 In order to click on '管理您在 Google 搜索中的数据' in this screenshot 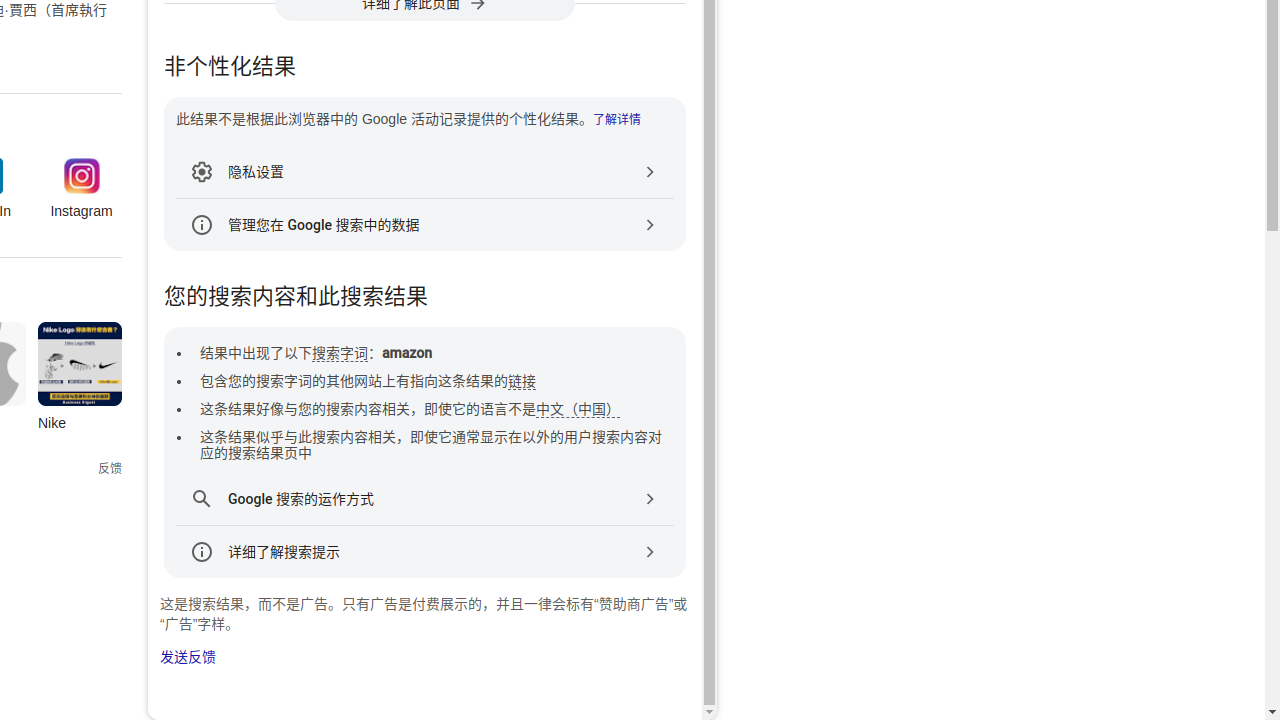, I will do `click(423, 225)`.